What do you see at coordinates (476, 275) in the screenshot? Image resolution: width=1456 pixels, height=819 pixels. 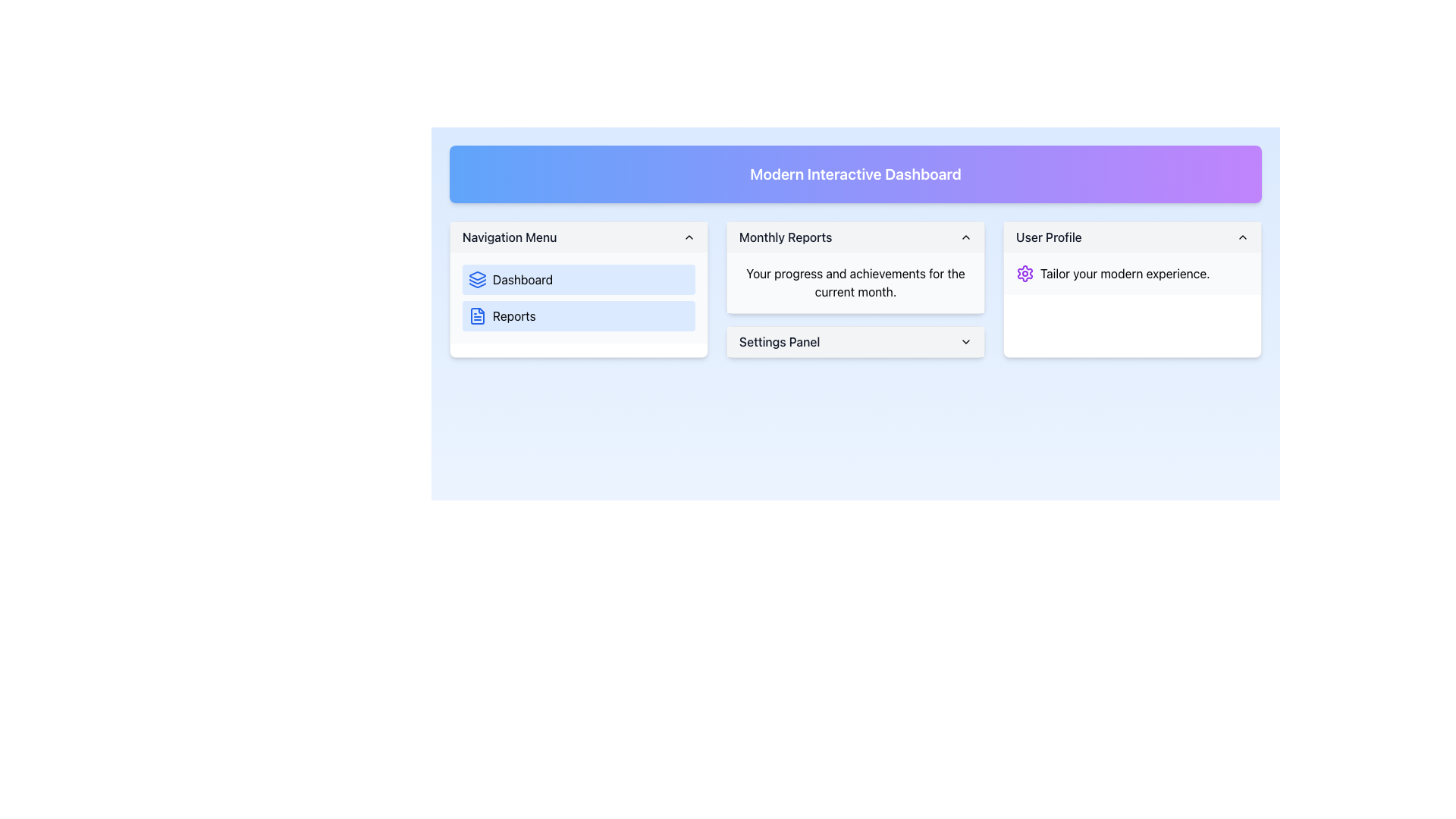 I see `the gemstone-shaped icon in the navigation menu, which is the topmost element of three stacked polygons` at bounding box center [476, 275].